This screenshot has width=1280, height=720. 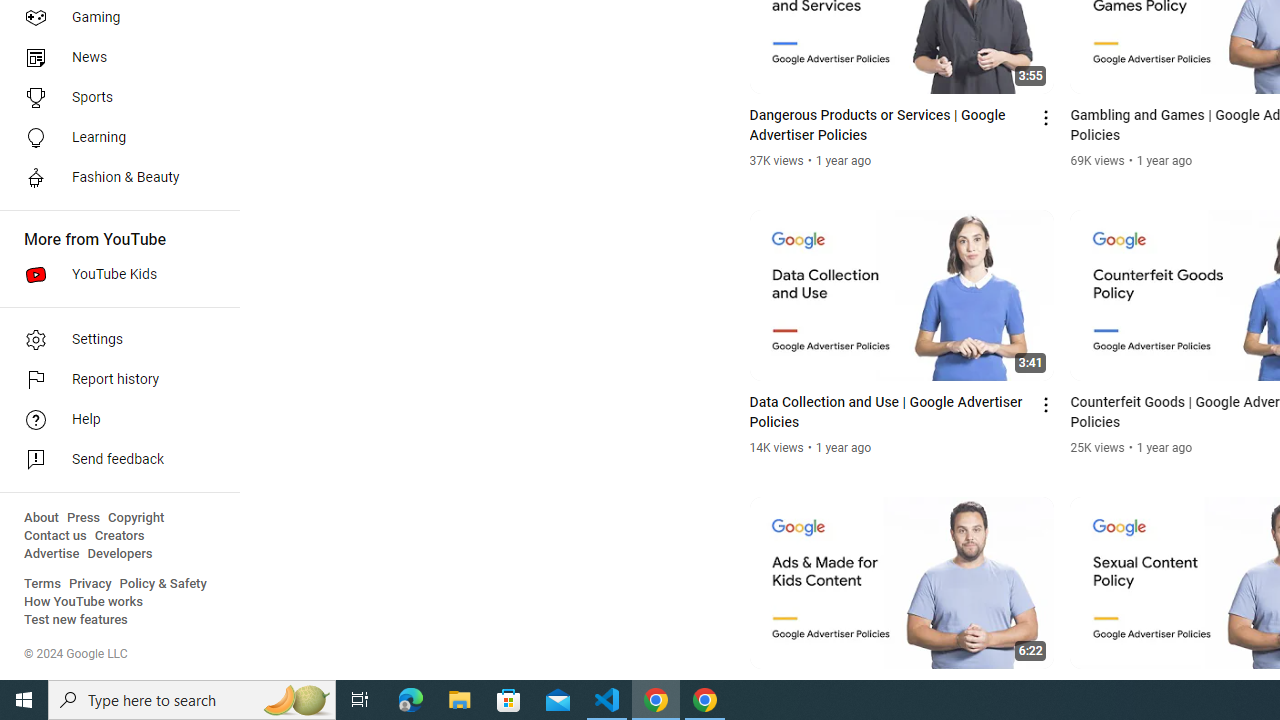 I want to click on 'Send feedback', so click(x=112, y=460).